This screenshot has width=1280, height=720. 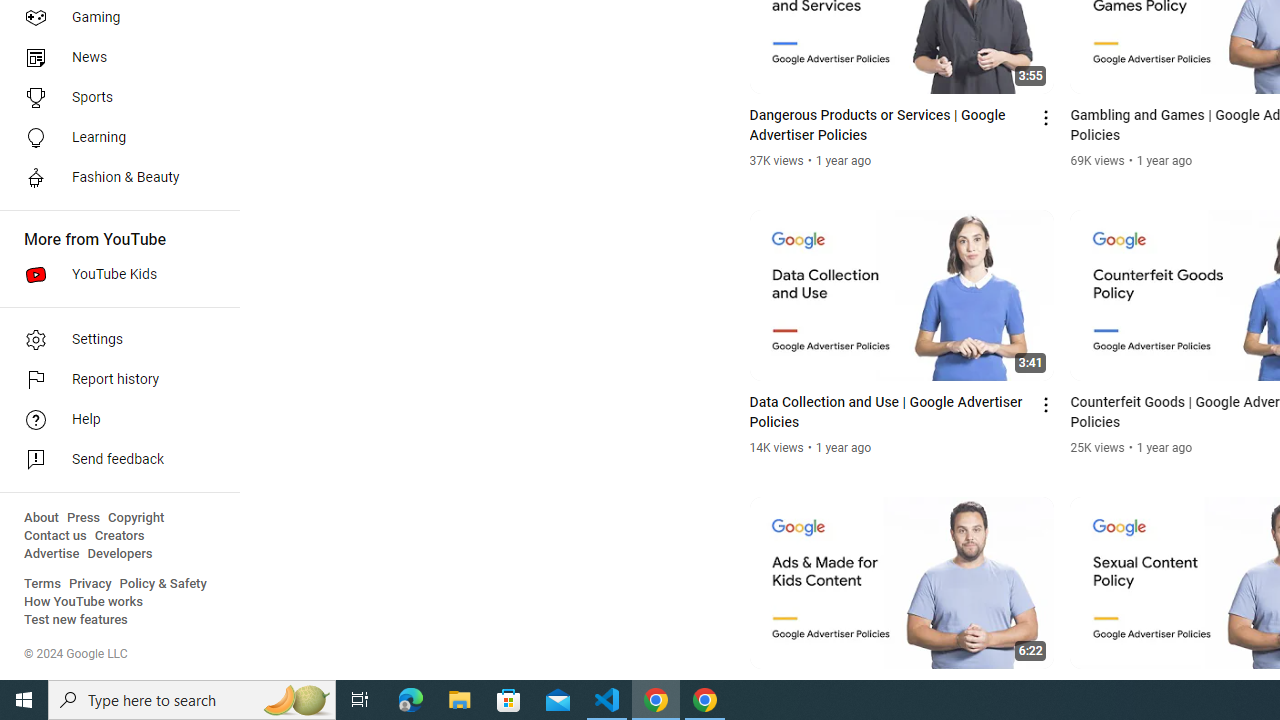 I want to click on 'Send feedback', so click(x=112, y=460).